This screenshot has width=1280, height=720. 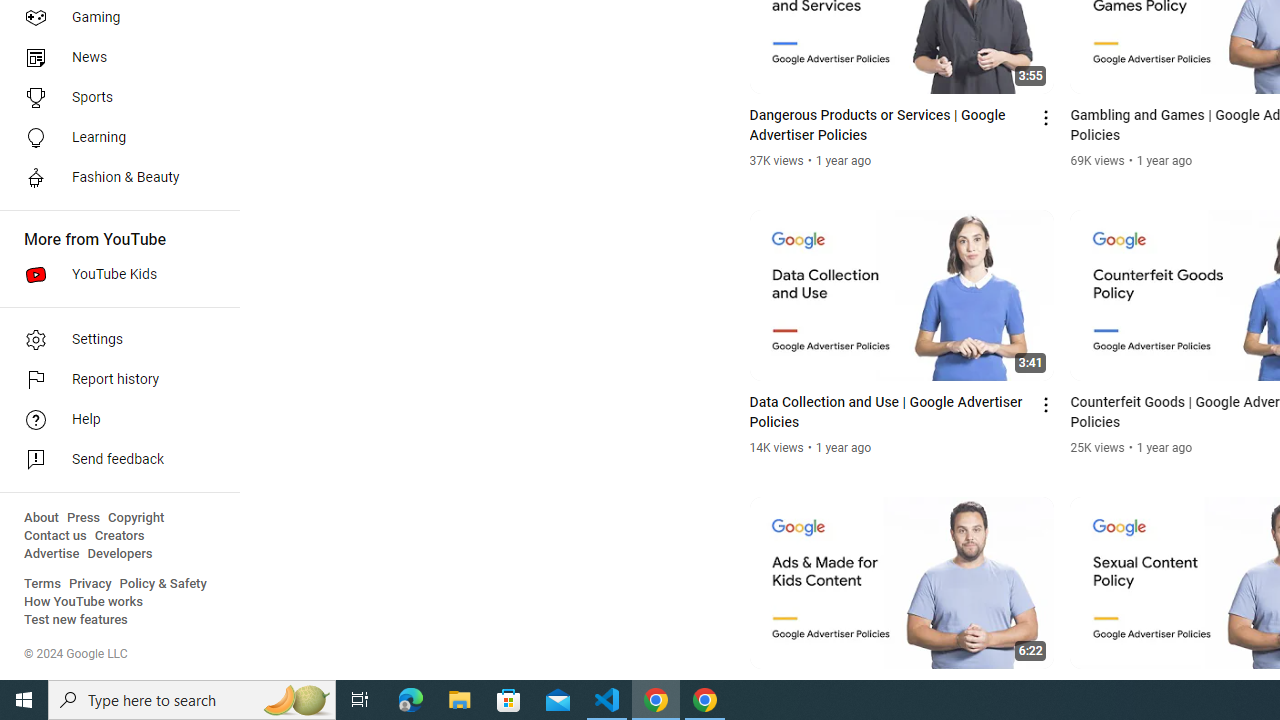 I want to click on 'Send feedback', so click(x=112, y=460).